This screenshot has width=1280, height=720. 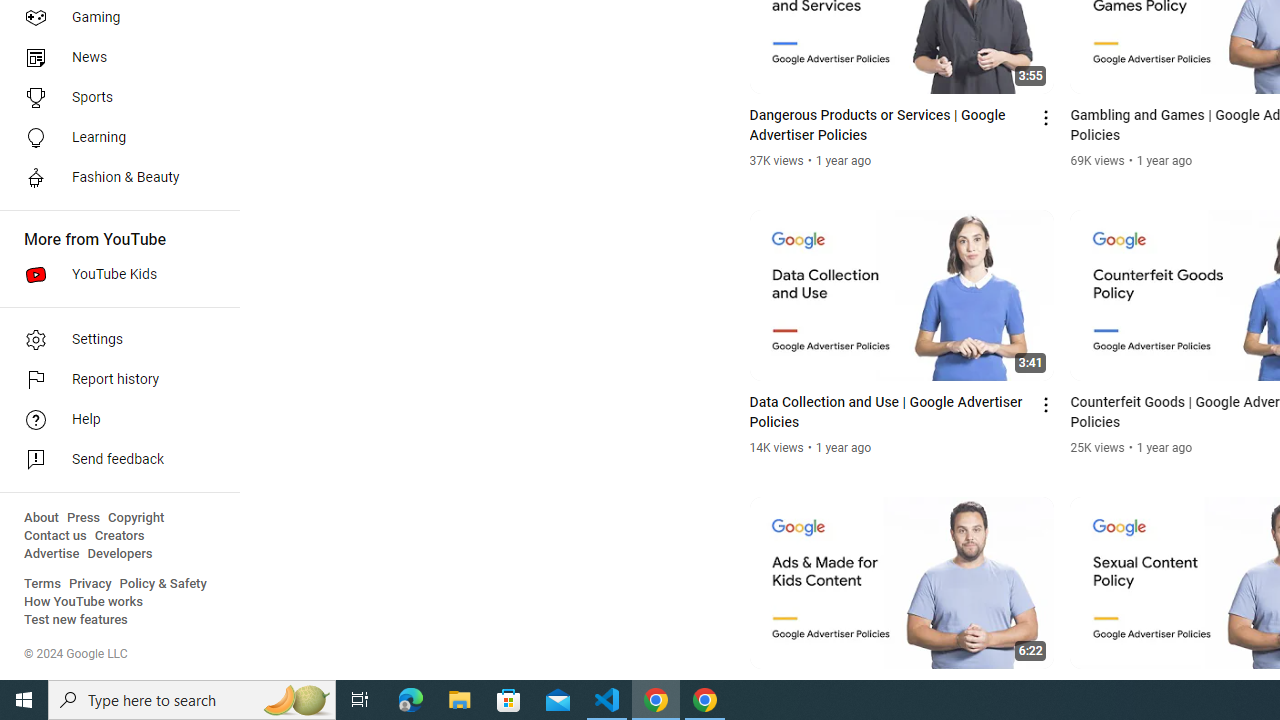 I want to click on 'Send feedback', so click(x=112, y=460).